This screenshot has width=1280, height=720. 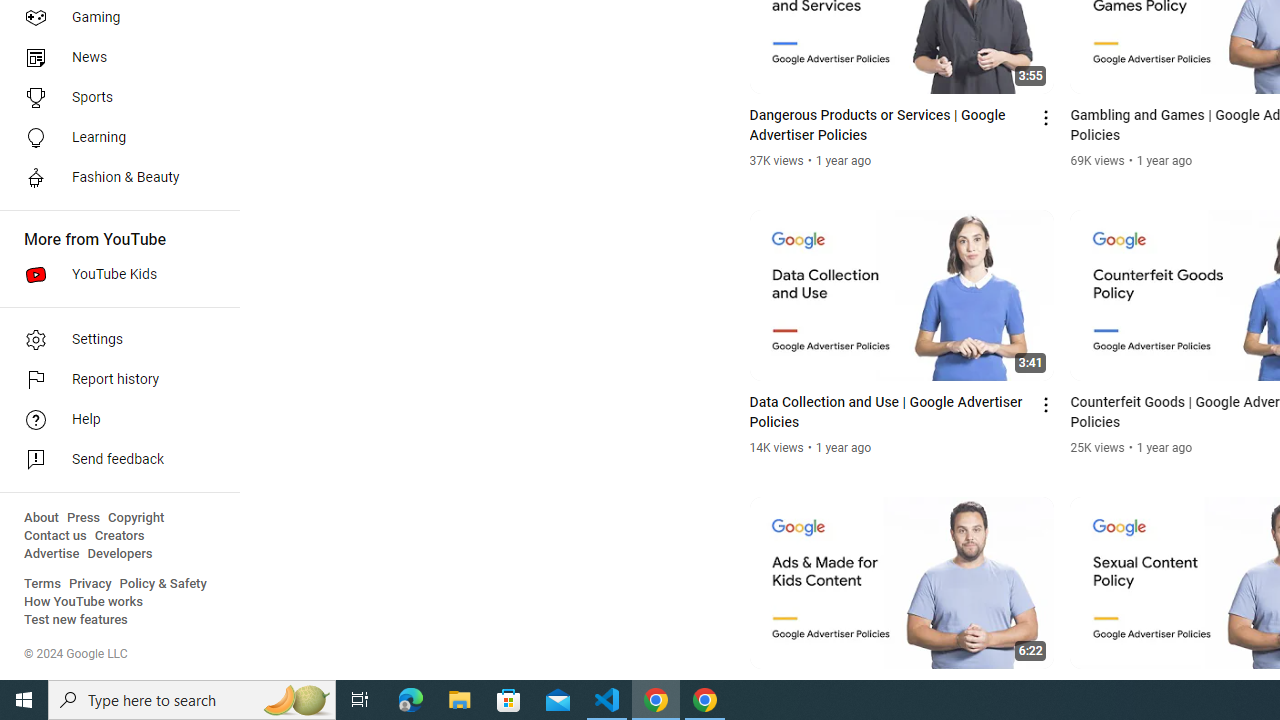 I want to click on 'Send feedback', so click(x=112, y=460).